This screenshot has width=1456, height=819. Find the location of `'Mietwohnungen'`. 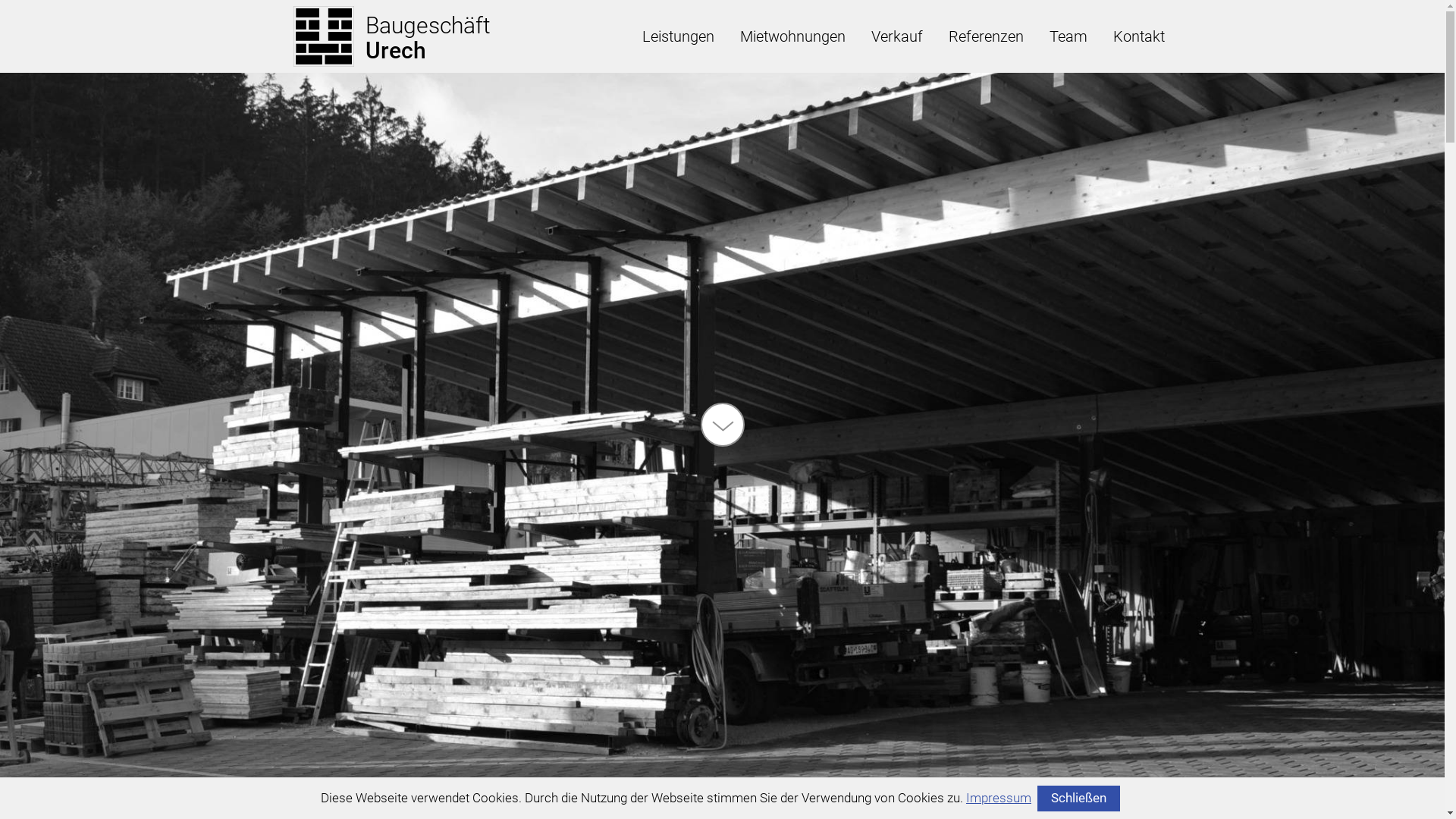

'Mietwohnungen' is located at coordinates (726, 35).